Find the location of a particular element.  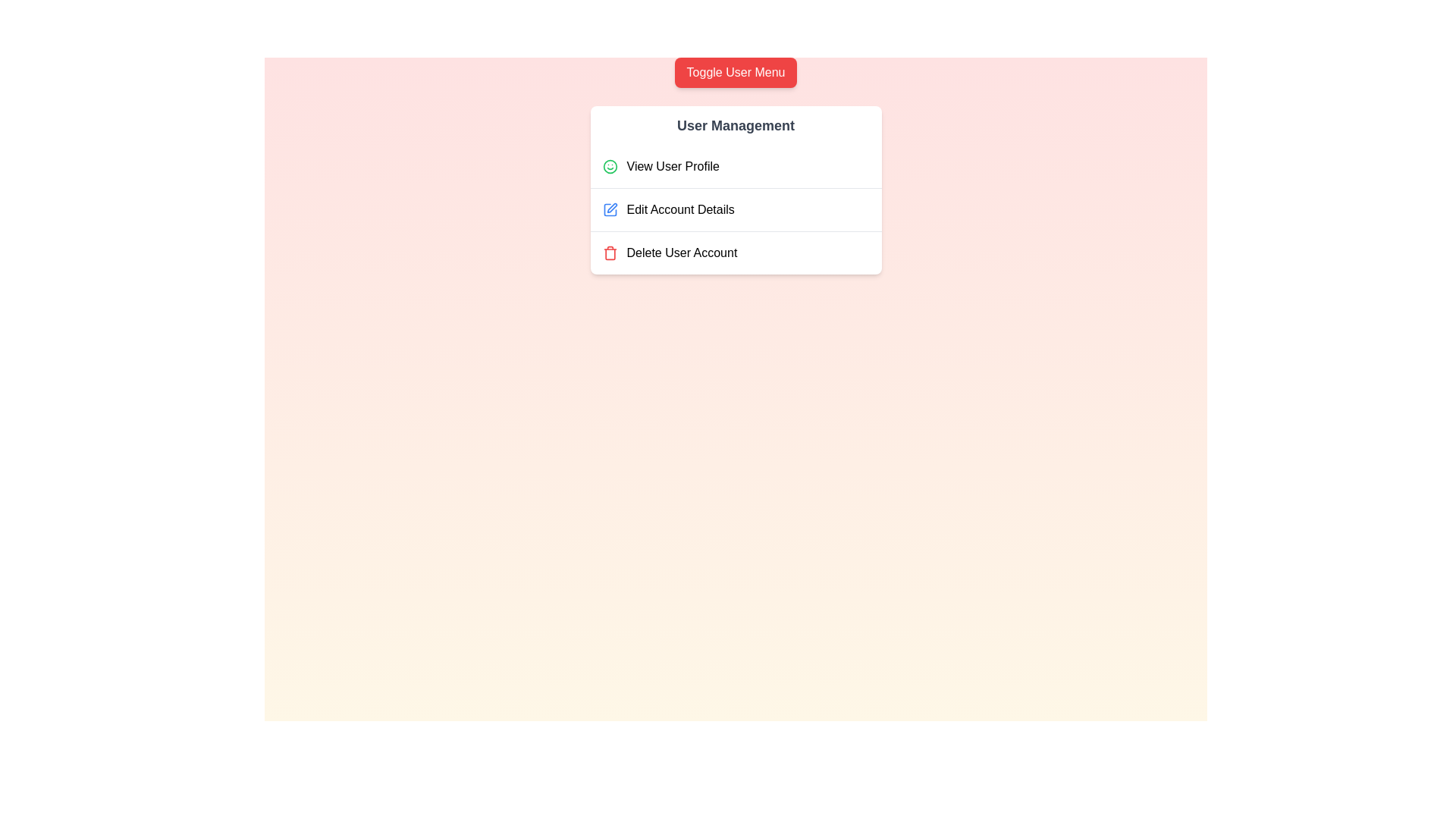

the 'Toggle User Menu' button to toggle the visibility of the user menu is located at coordinates (736, 73).